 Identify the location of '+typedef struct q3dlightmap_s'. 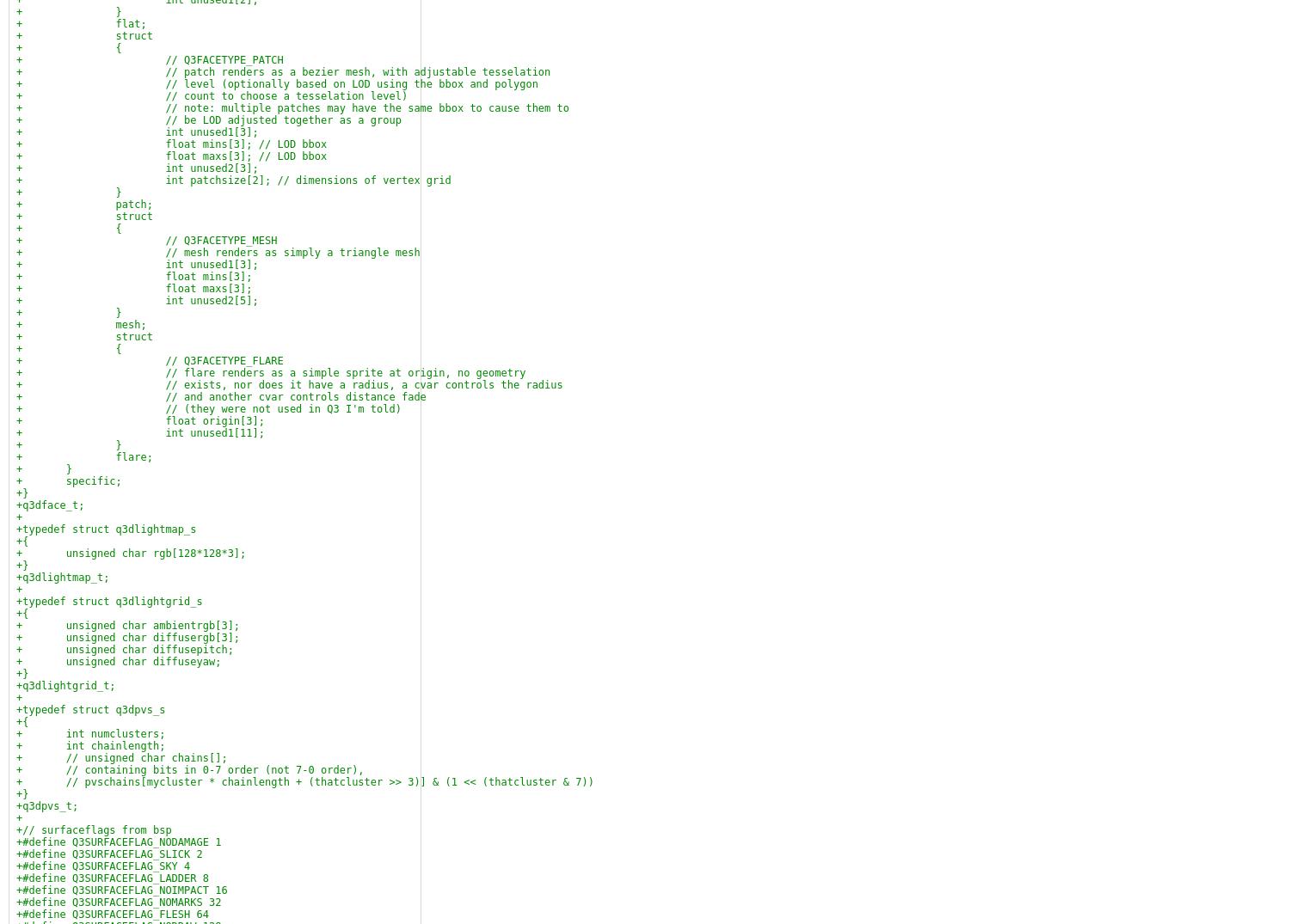
(105, 528).